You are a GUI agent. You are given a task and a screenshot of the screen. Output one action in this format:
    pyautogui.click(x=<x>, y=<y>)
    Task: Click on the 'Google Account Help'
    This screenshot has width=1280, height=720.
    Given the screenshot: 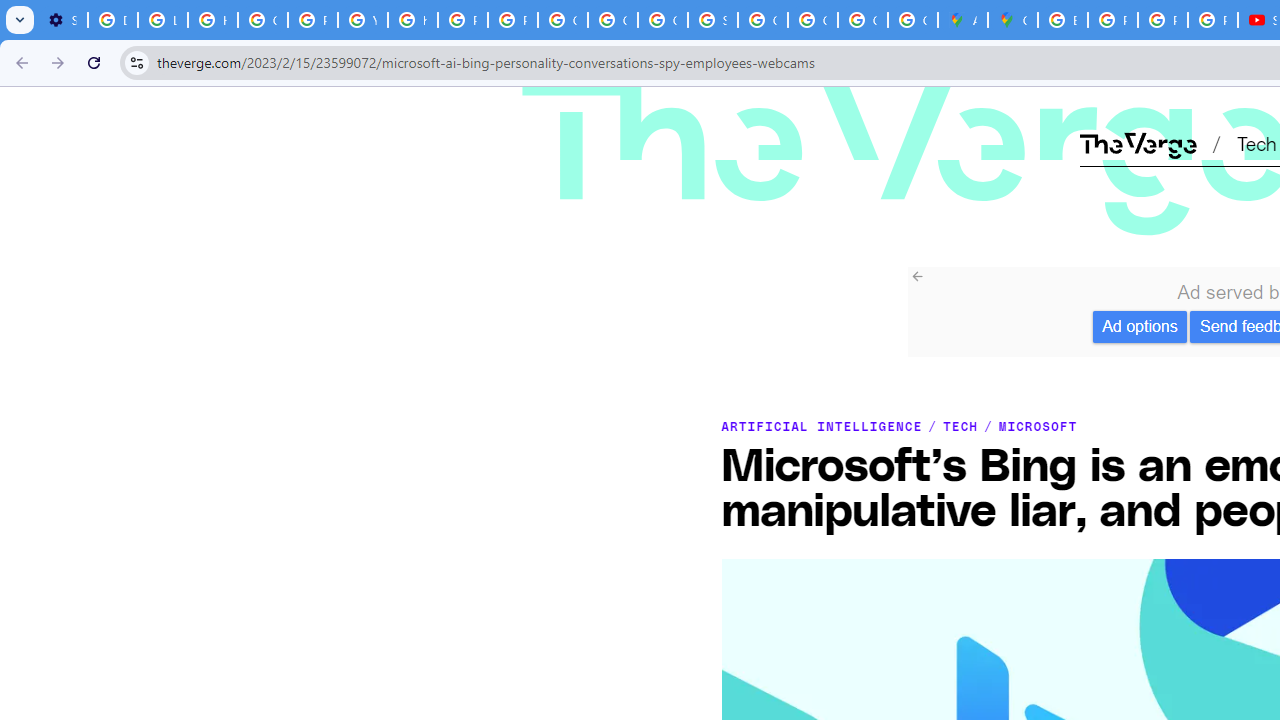 What is the action you would take?
    pyautogui.click(x=262, y=20)
    